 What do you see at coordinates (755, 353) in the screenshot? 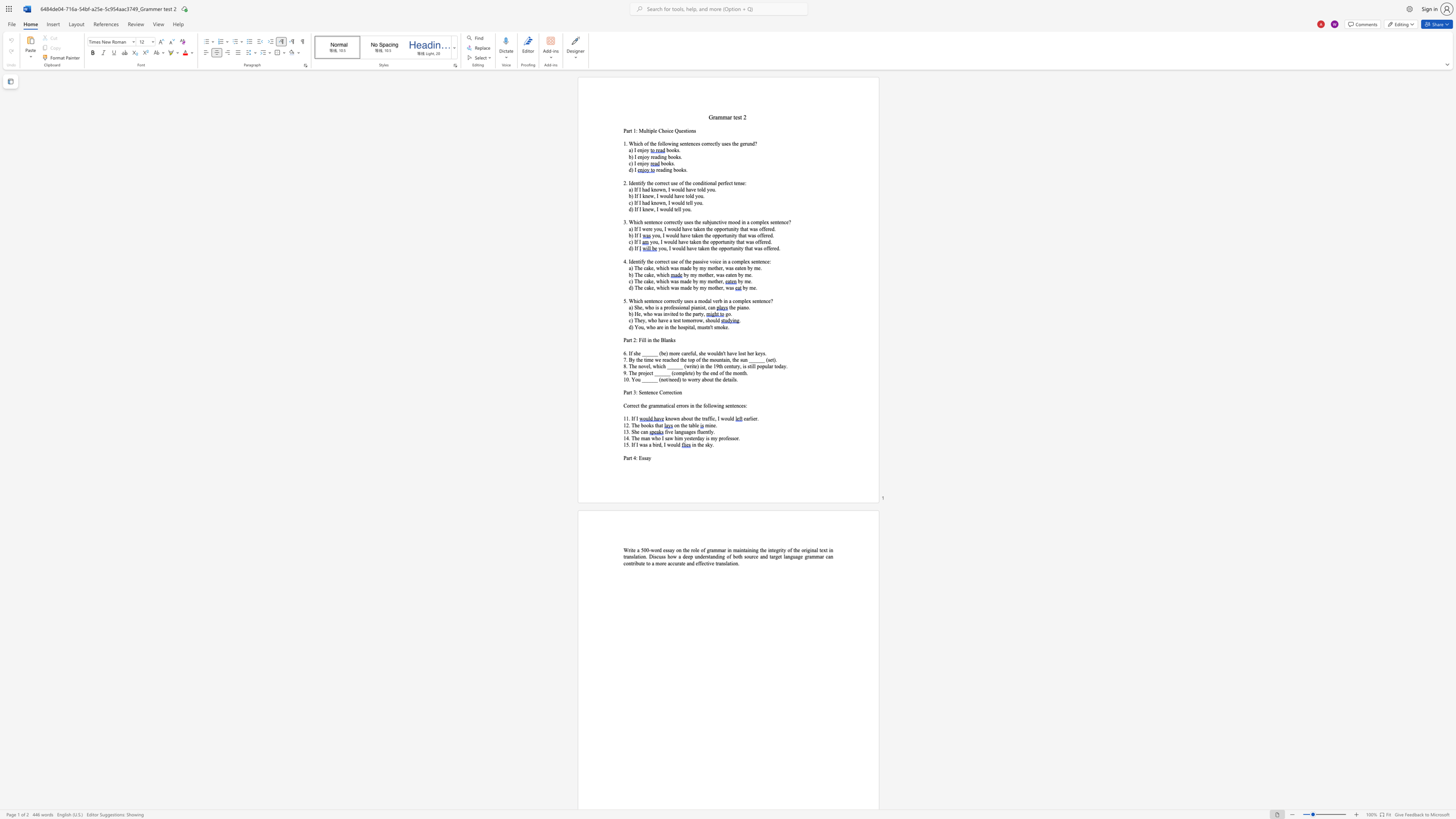
I see `the subset text "key" within the text "have lost her keys."` at bounding box center [755, 353].